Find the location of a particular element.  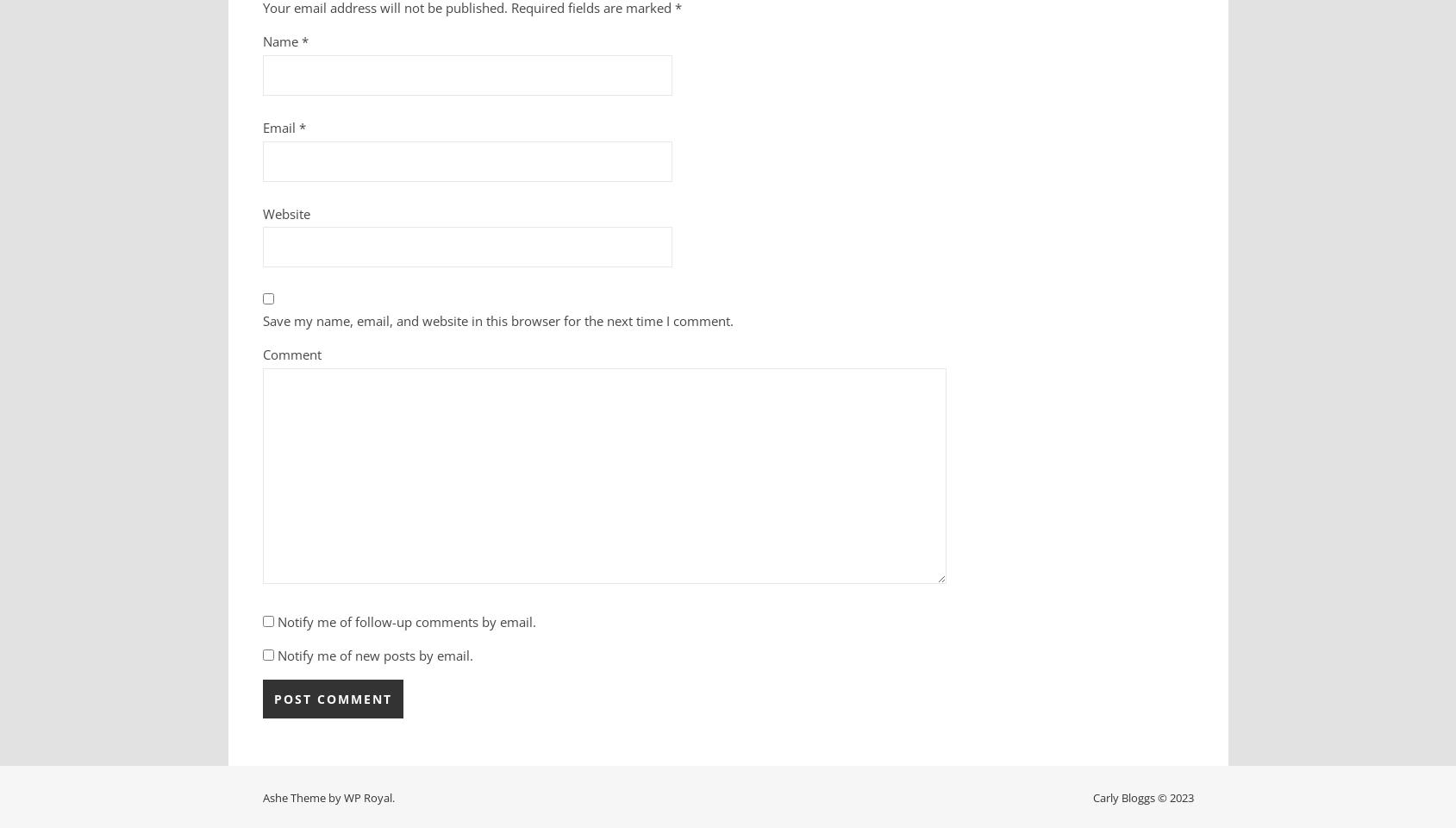

'Notify me of follow-up comments by email.' is located at coordinates (406, 621).